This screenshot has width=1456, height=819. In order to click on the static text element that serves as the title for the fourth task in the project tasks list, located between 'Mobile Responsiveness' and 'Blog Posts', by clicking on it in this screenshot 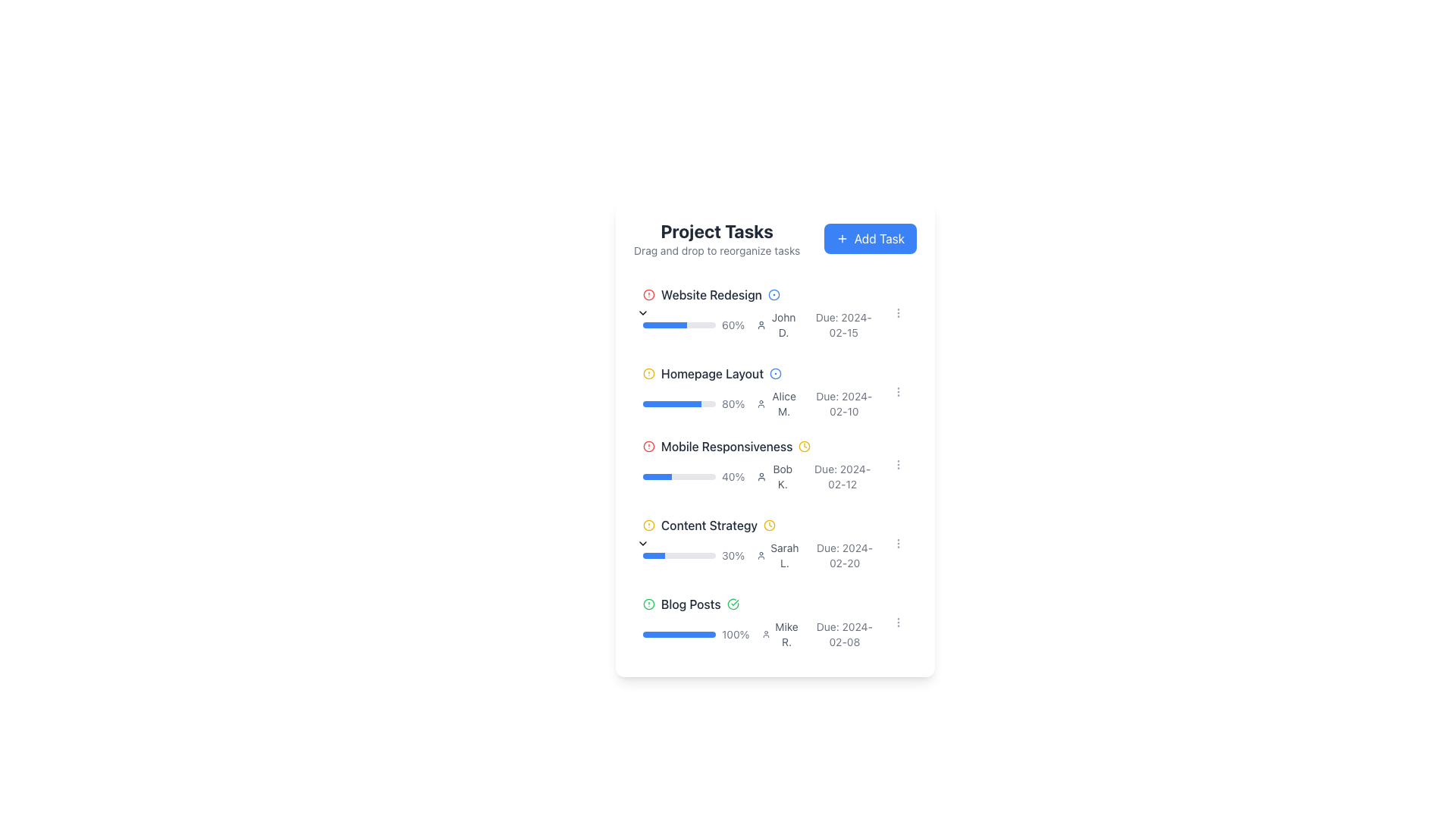, I will do `click(708, 525)`.